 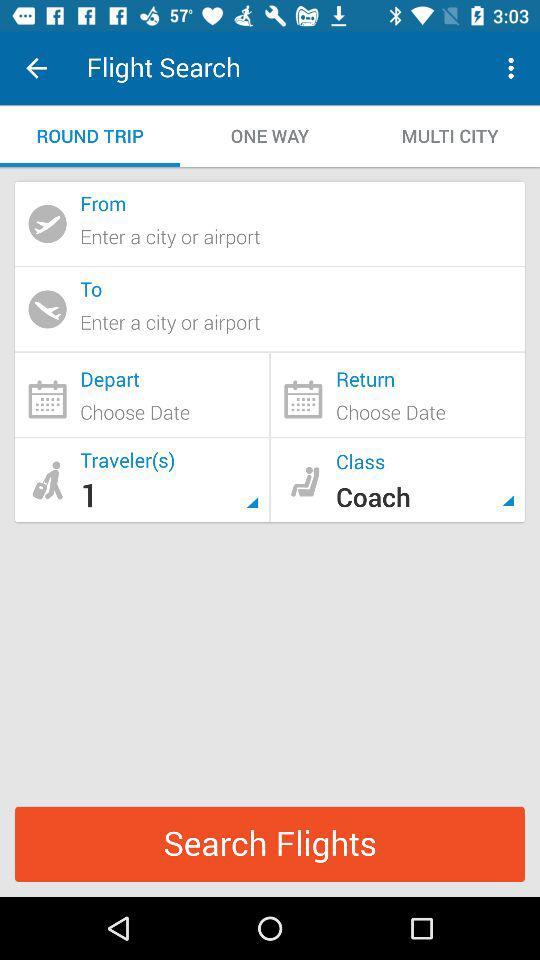 I want to click on the icon to the right of the one way icon, so click(x=513, y=68).